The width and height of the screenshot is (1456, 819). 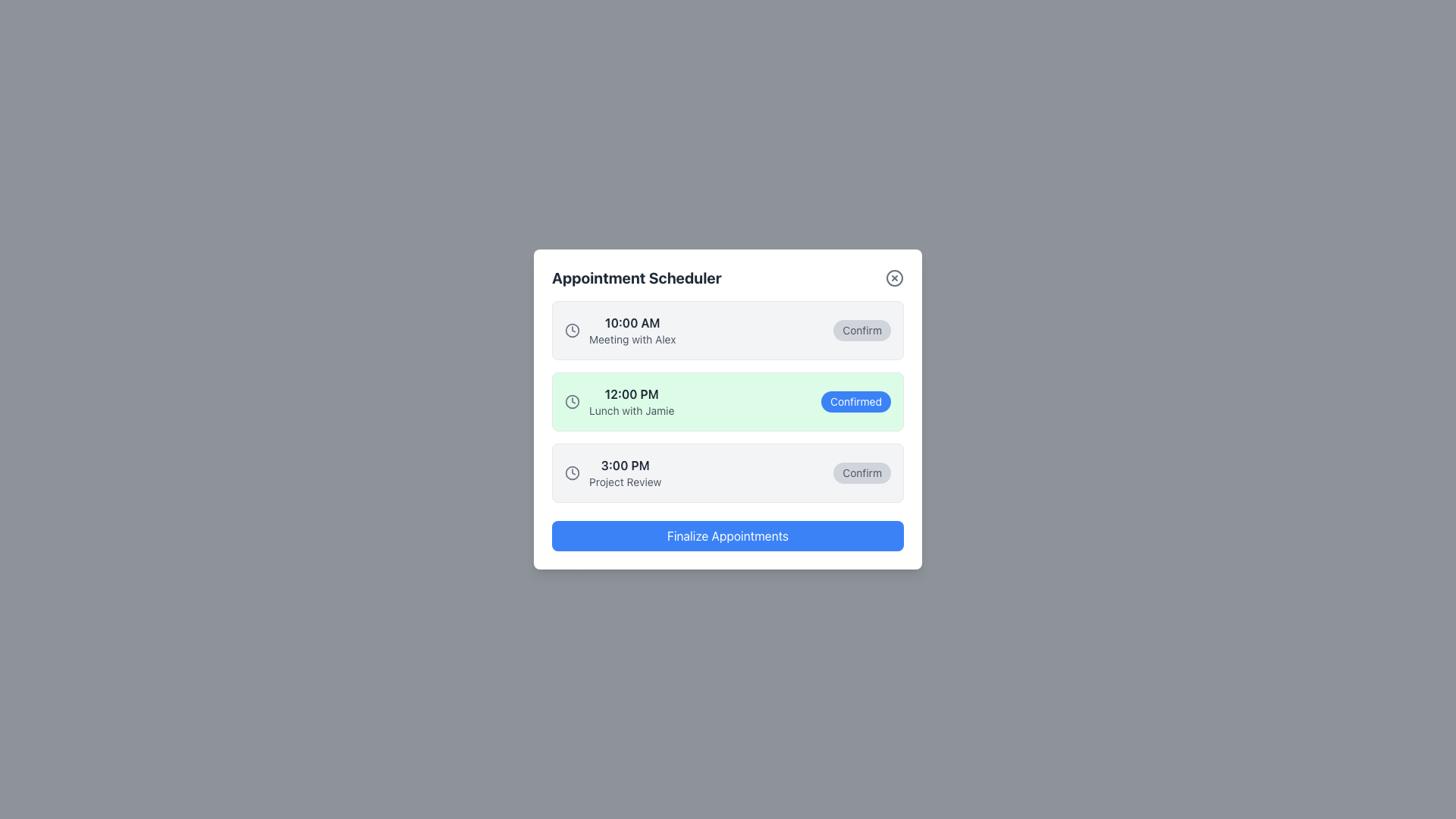 I want to click on the middle appointment time slot in the scheduler, which contains details about the scheduled time and event description, so click(x=632, y=400).